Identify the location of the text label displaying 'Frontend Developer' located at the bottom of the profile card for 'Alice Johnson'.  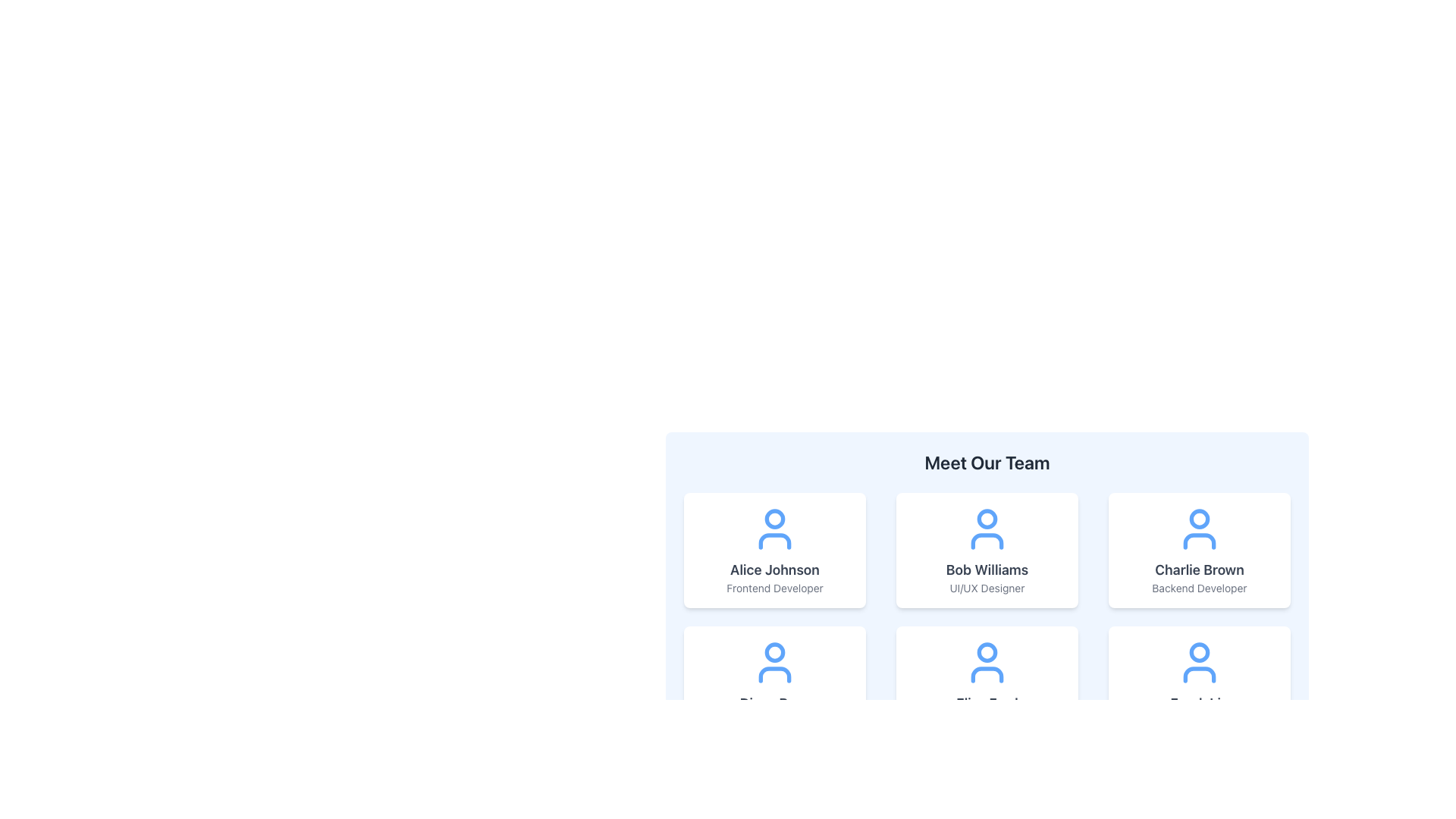
(775, 587).